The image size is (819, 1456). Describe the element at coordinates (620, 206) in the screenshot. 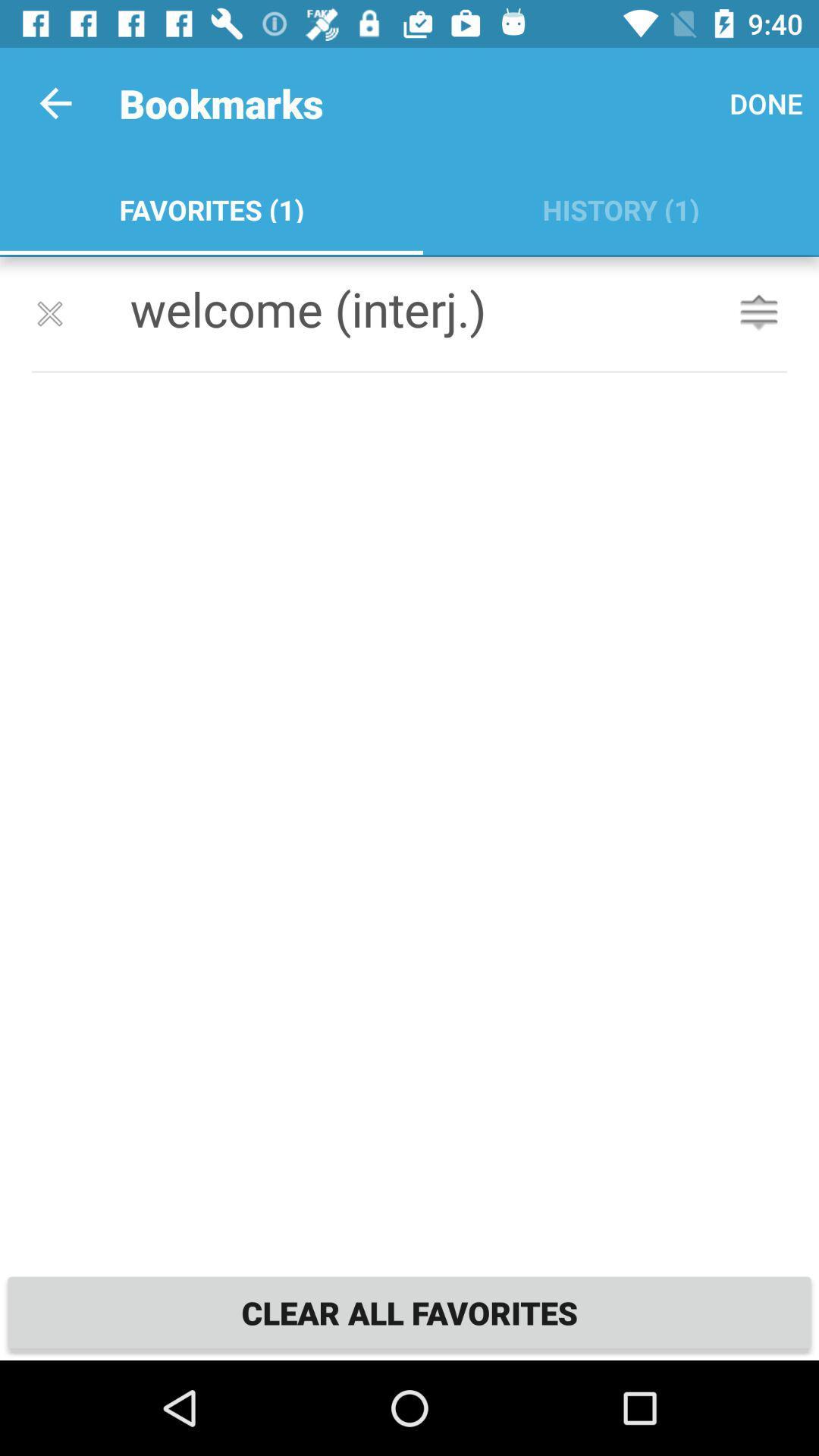

I see `app to the right of the favorites (1)` at that location.